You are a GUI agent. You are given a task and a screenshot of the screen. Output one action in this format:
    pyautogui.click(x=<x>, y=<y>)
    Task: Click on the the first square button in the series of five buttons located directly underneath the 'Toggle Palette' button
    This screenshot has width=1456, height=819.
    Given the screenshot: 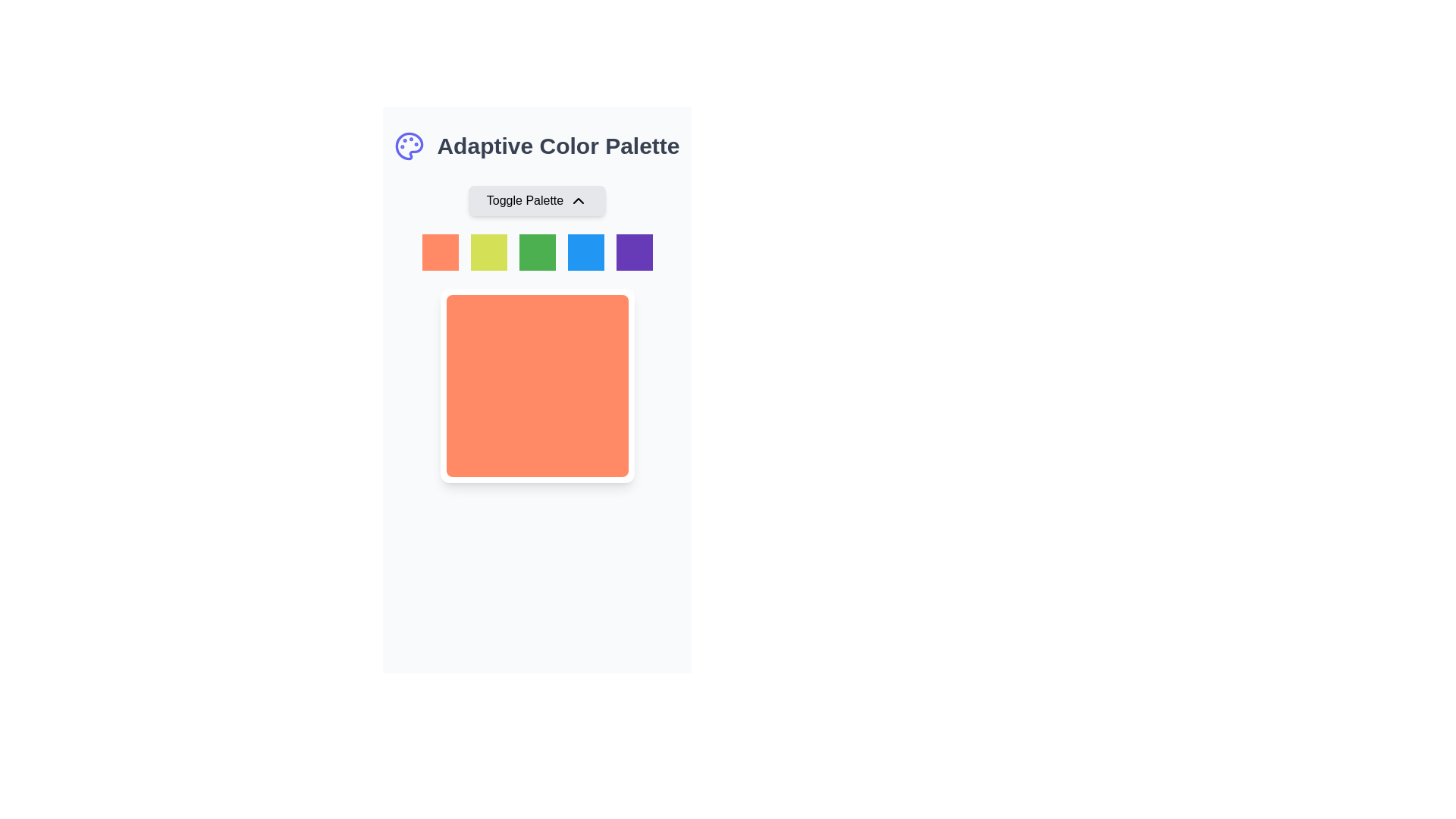 What is the action you would take?
    pyautogui.click(x=439, y=251)
    